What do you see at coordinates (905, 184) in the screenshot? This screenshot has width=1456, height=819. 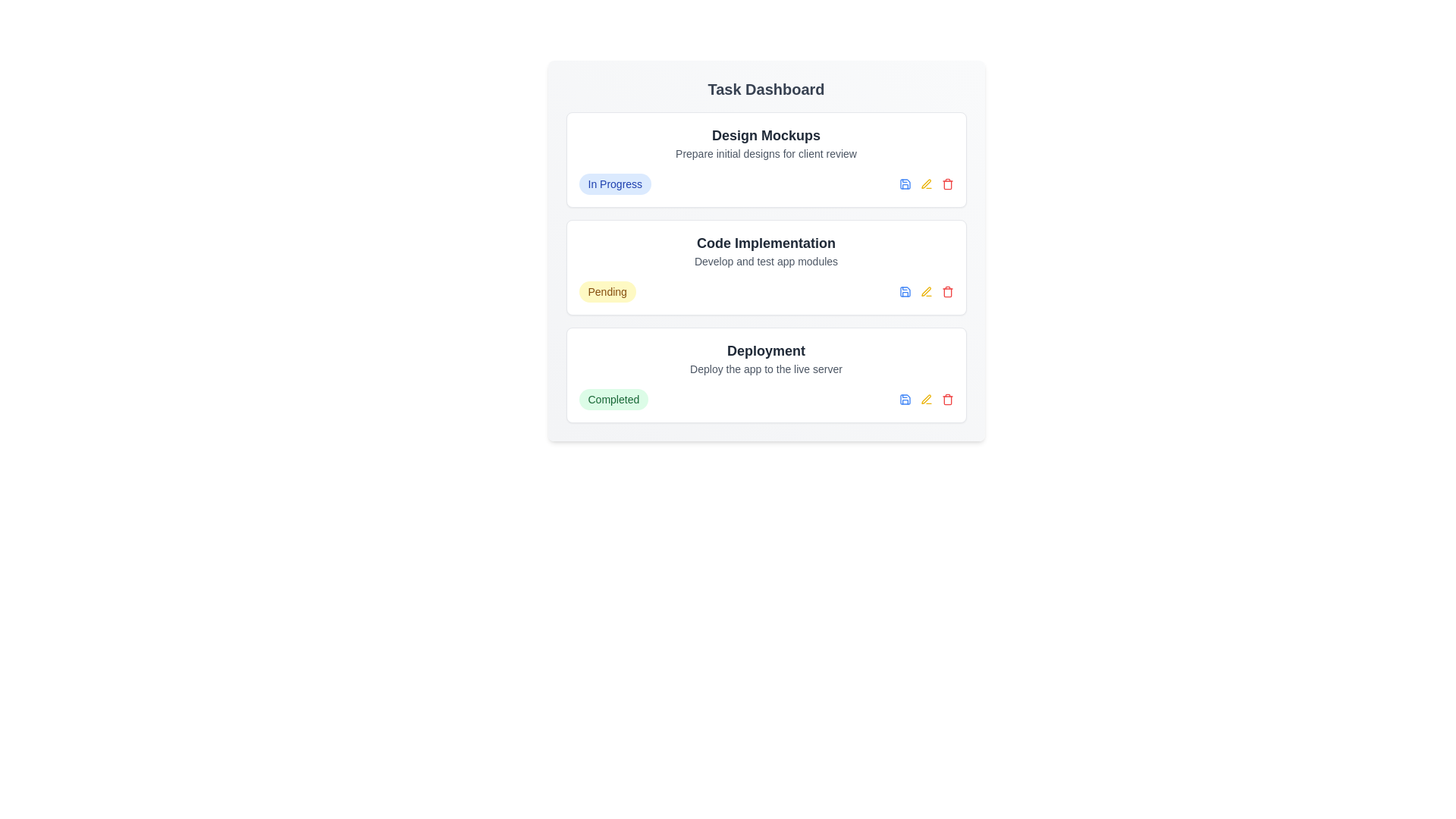 I see `the save button for the task with title 'Design Mockups'` at bounding box center [905, 184].